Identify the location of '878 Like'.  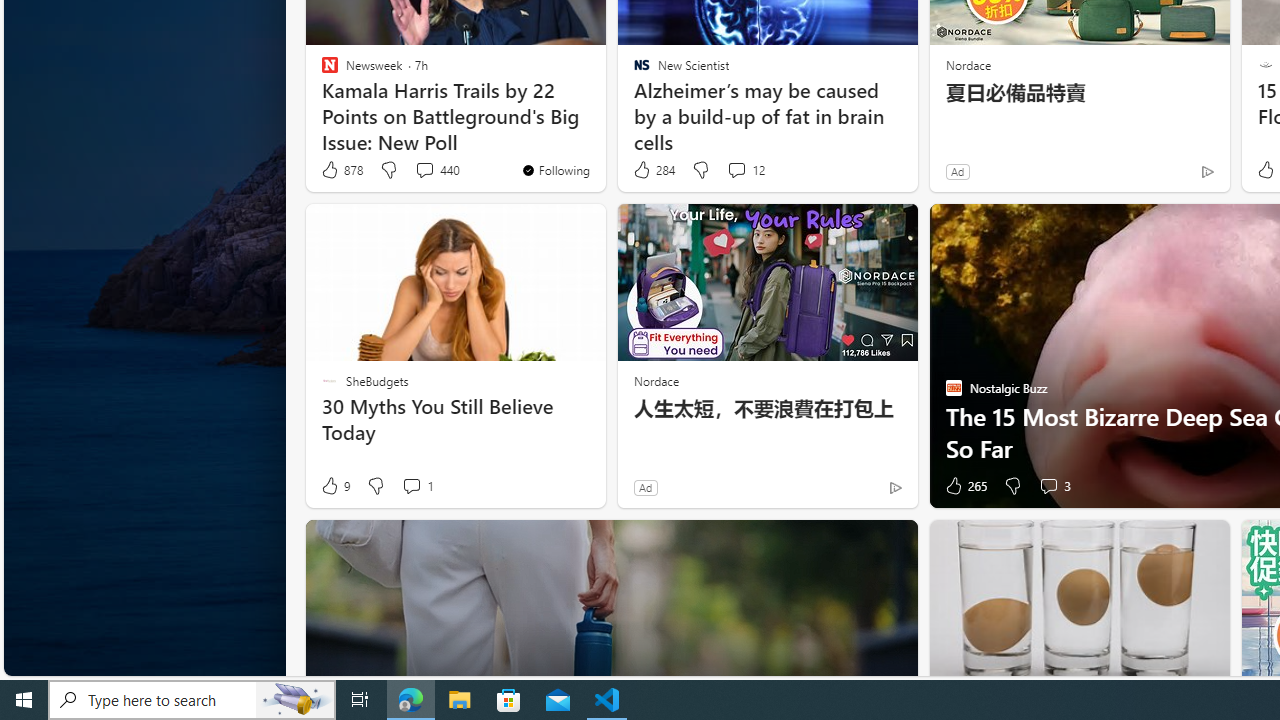
(341, 169).